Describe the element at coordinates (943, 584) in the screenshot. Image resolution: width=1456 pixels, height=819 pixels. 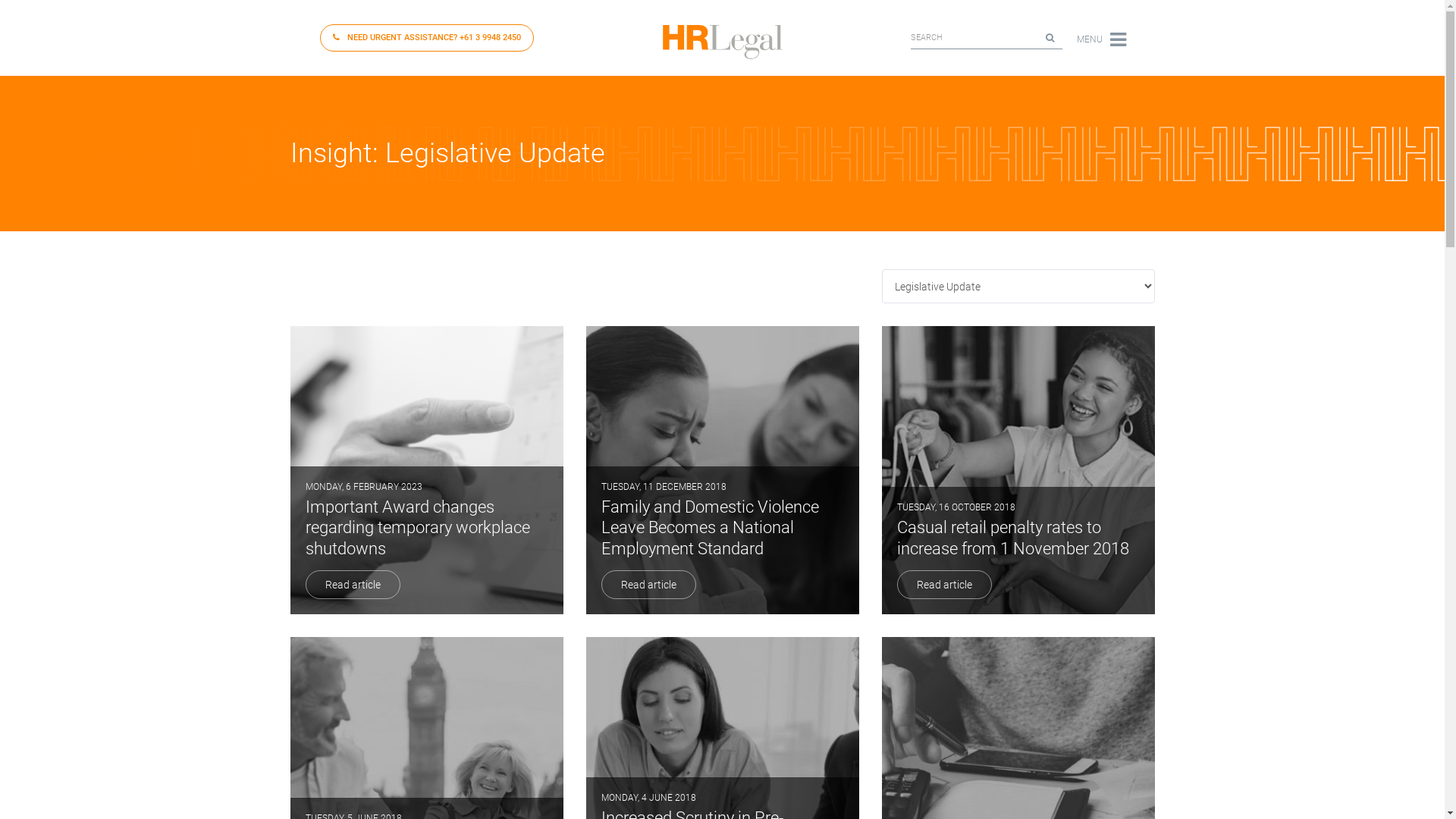
I see `'Read article'` at that location.